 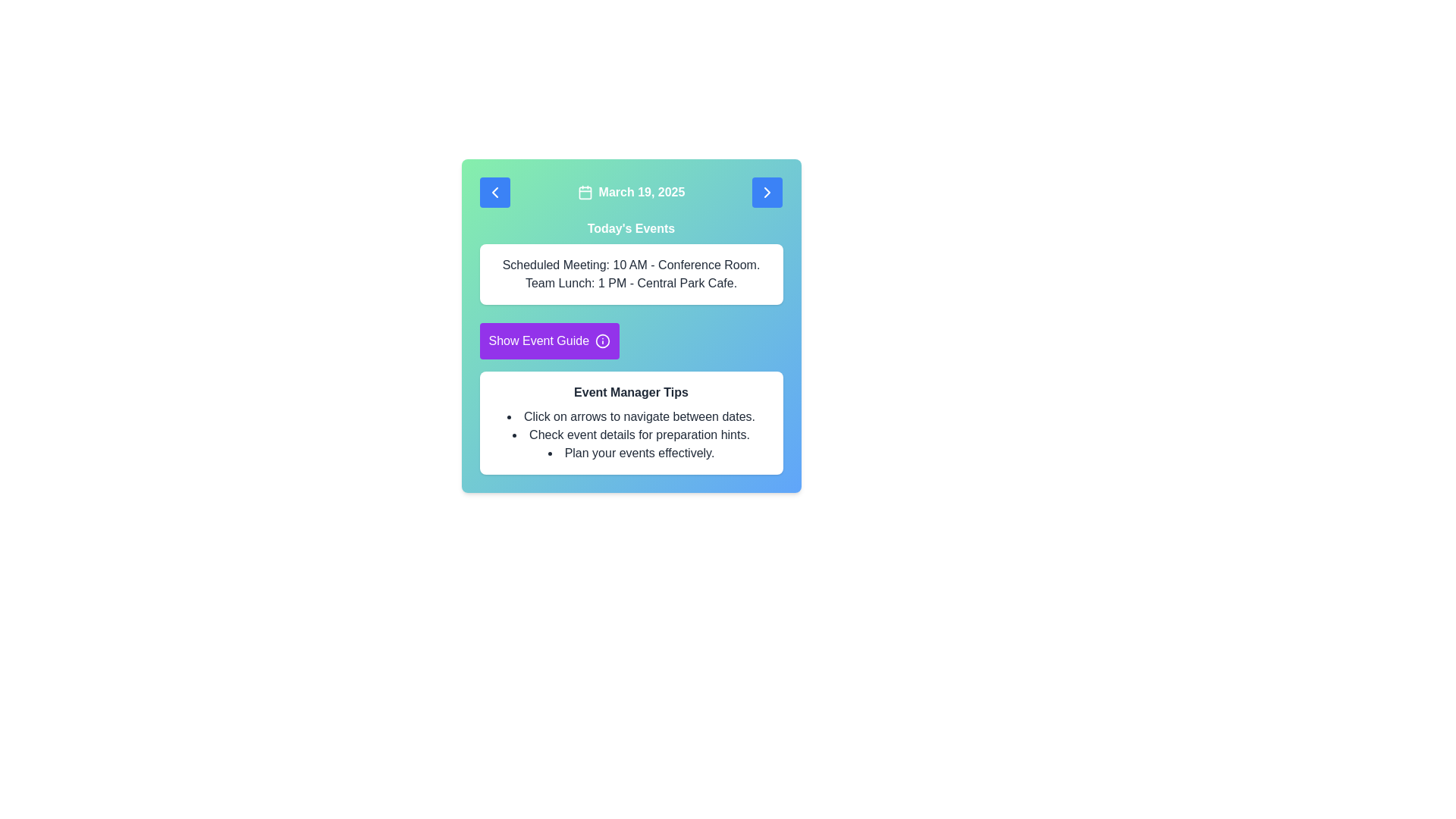 I want to click on the left-pointing chevron icon (SVG) located within a blue, rounded interactive button at the upper-left corner of a card interface, so click(x=494, y=192).